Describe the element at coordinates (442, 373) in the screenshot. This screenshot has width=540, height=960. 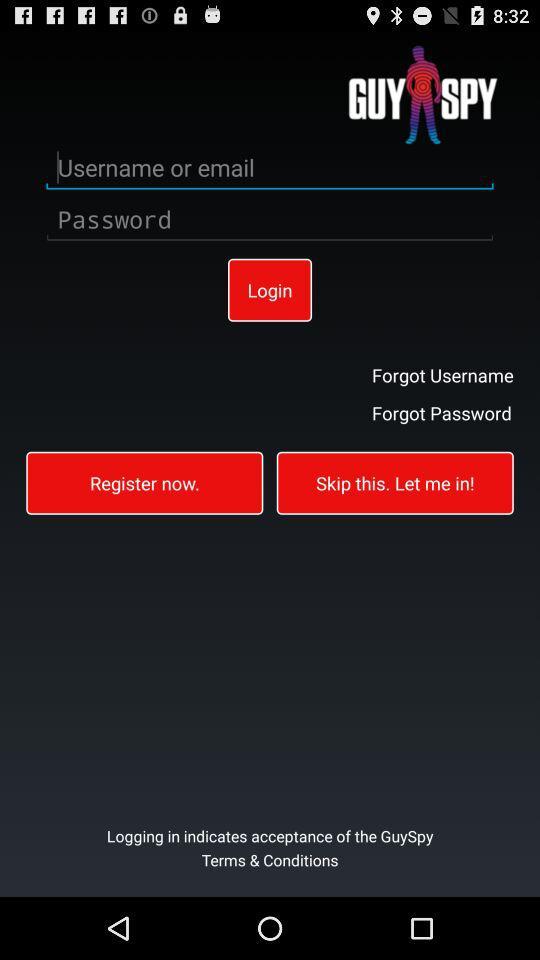
I see `forgot username` at that location.